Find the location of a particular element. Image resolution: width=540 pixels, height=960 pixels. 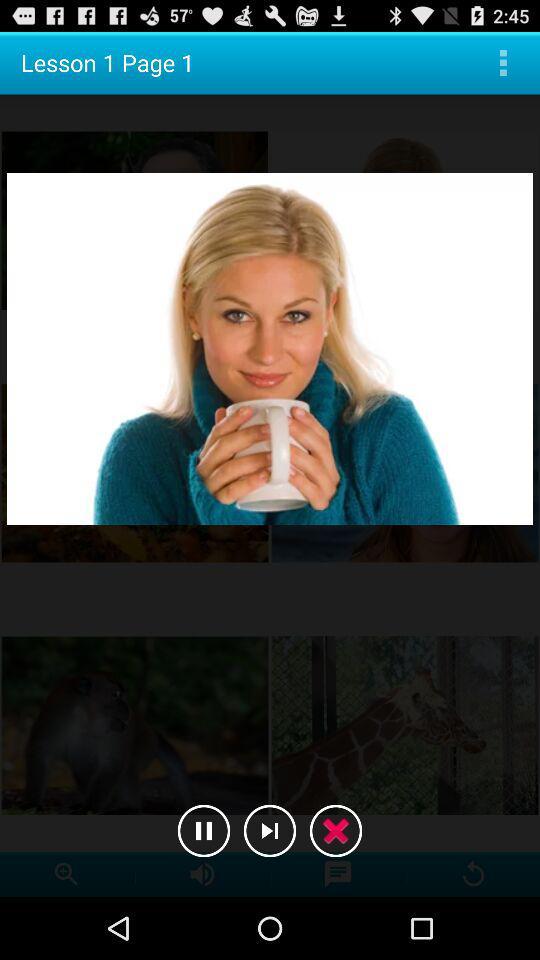

the skip_next icon is located at coordinates (270, 888).